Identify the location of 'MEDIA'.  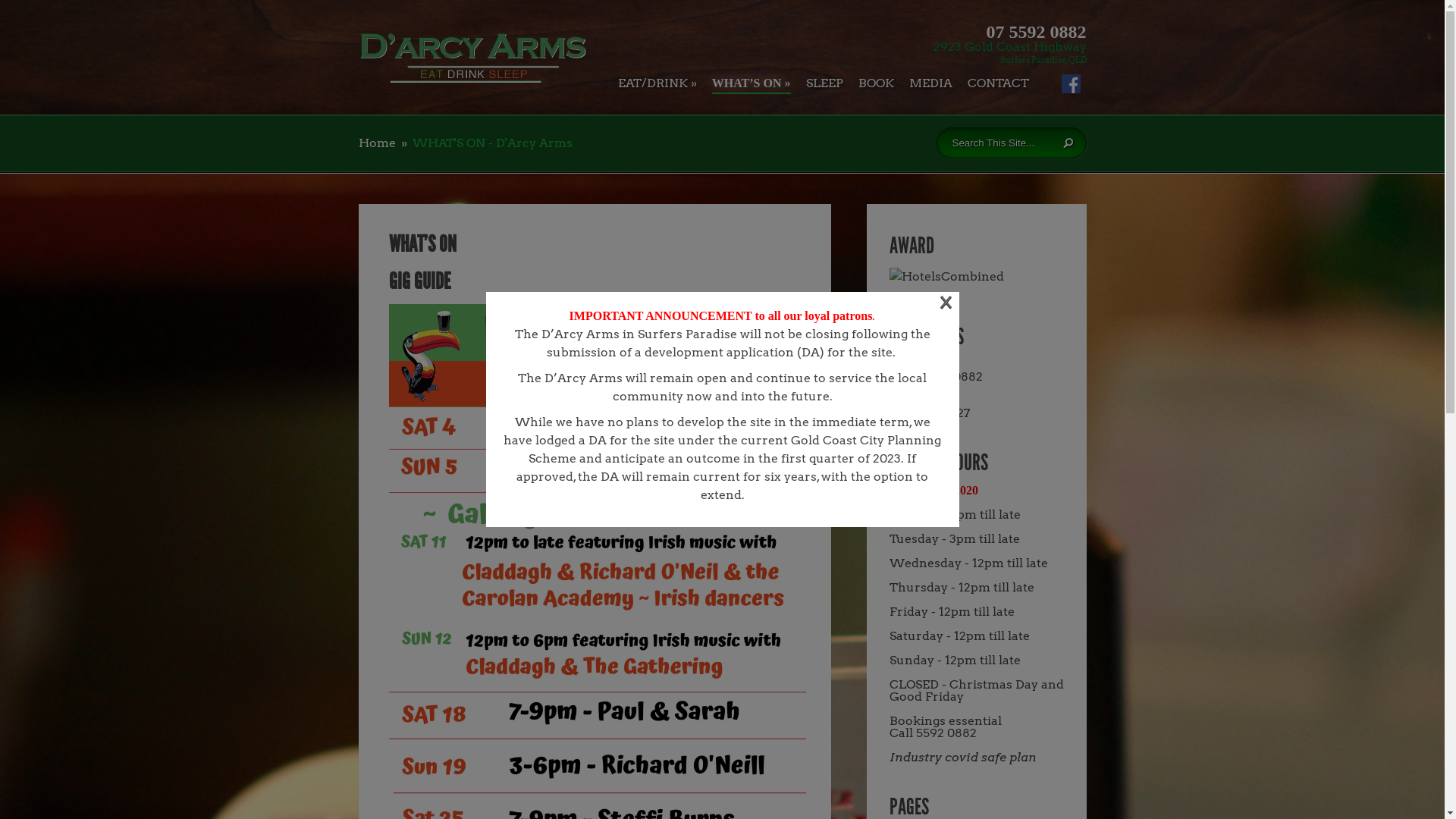
(929, 86).